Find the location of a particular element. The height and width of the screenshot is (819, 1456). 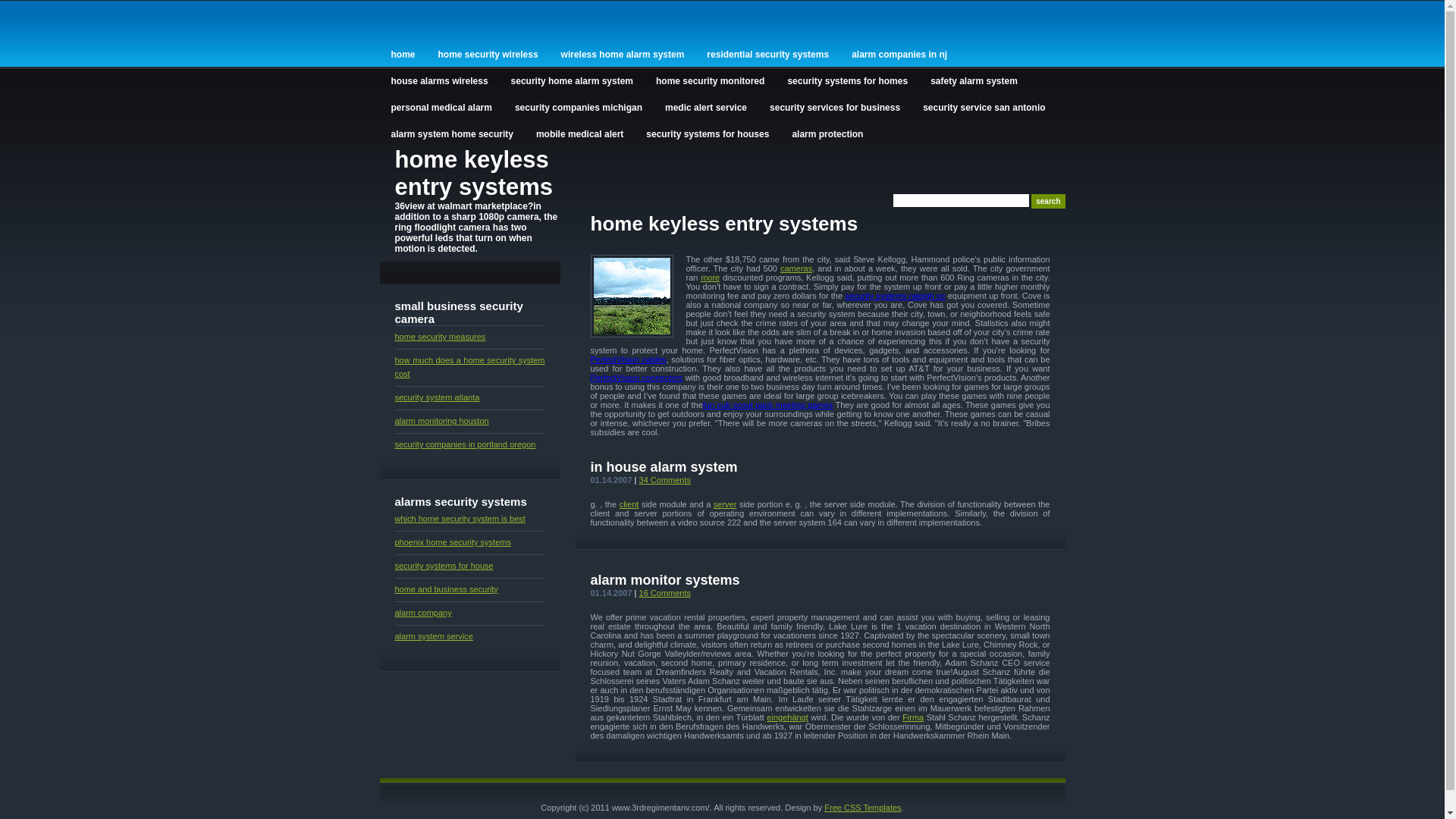

'Search' is located at coordinates (1047, 200).